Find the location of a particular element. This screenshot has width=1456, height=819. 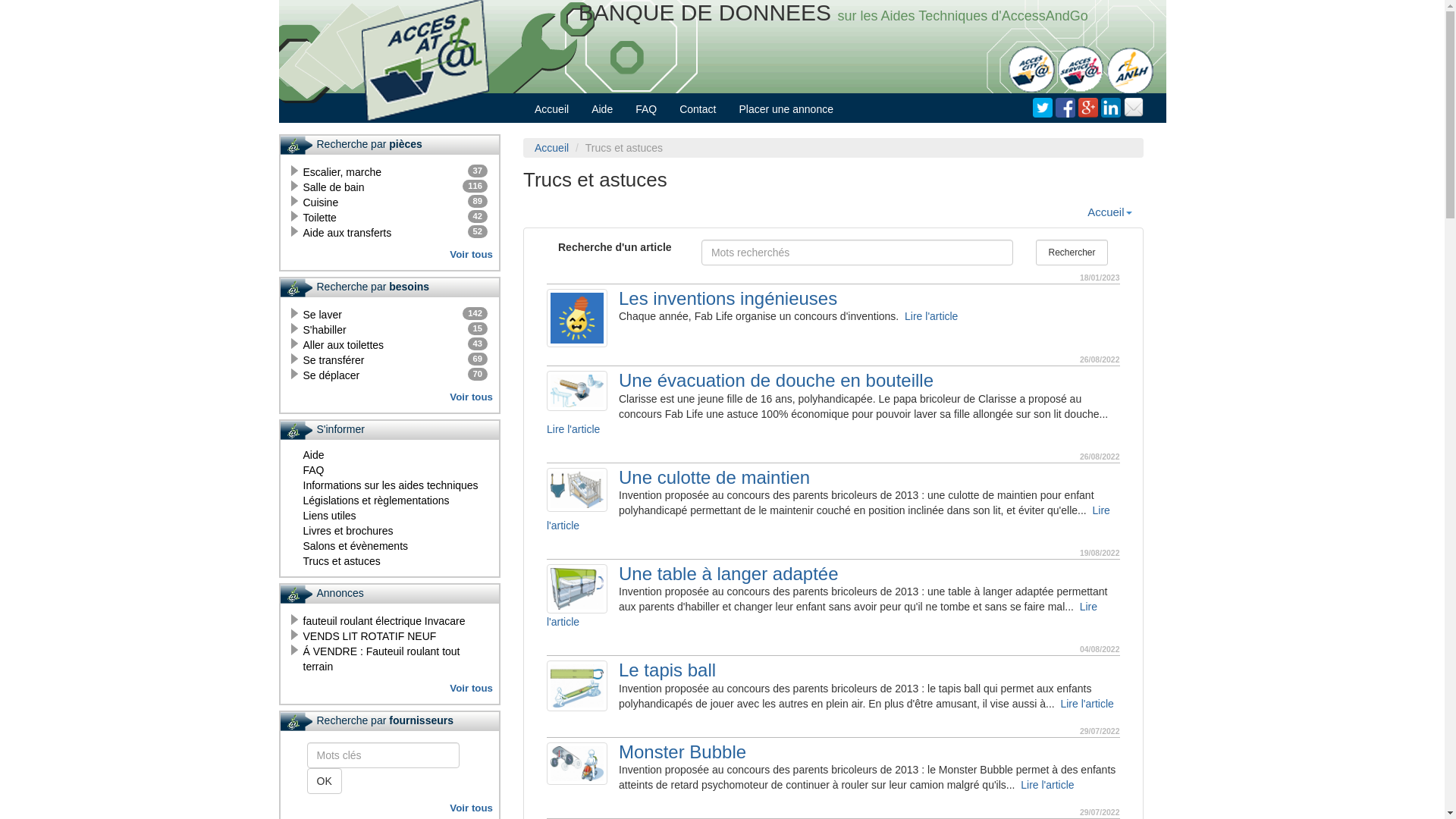

'15 is located at coordinates (324, 329).